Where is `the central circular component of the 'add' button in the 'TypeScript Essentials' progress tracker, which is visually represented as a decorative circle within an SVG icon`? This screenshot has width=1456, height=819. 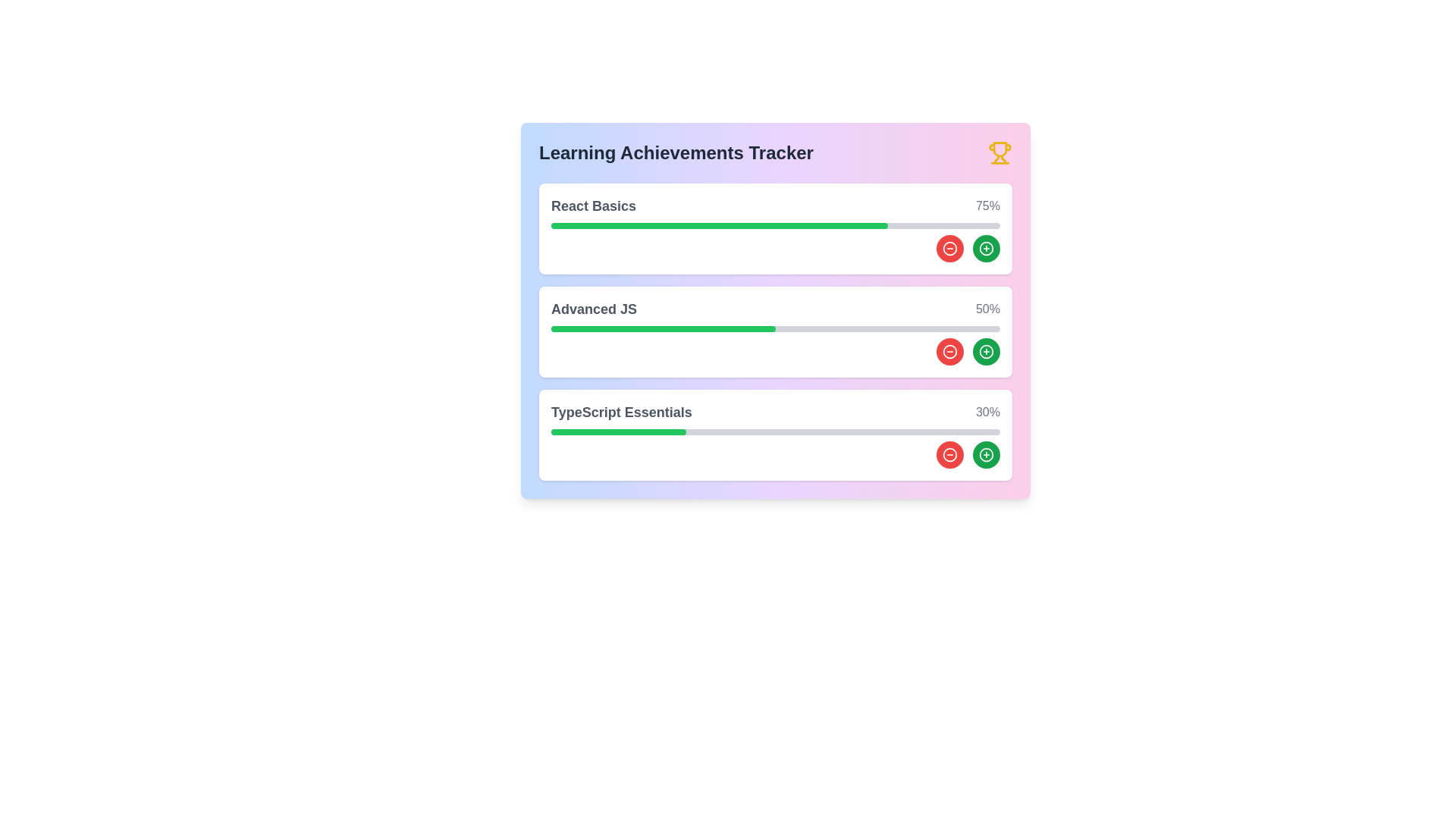
the central circular component of the 'add' button in the 'TypeScript Essentials' progress tracker, which is visually represented as a decorative circle within an SVG icon is located at coordinates (986, 454).